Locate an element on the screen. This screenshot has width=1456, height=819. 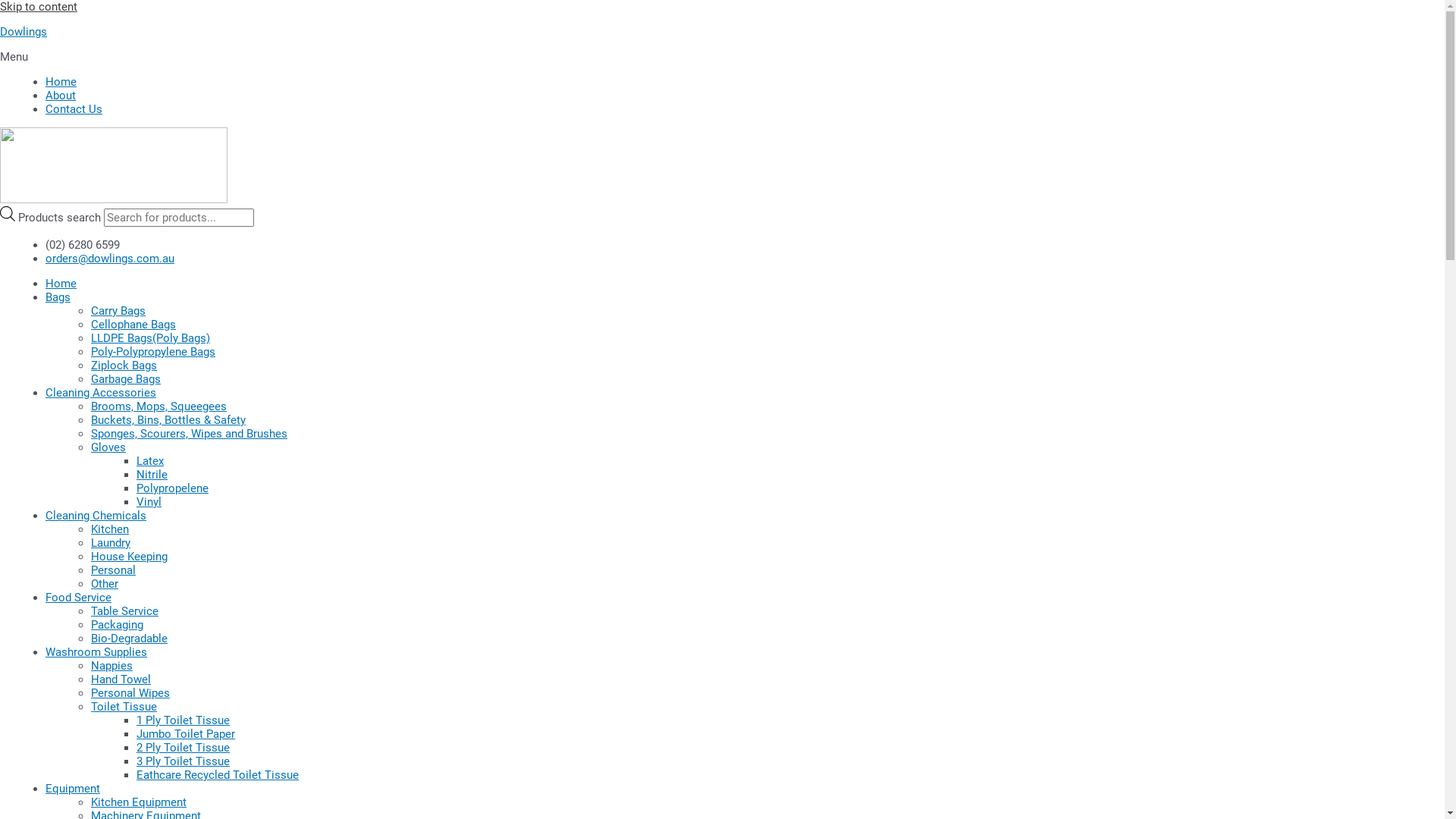
'Toilet Tissue' is located at coordinates (124, 707).